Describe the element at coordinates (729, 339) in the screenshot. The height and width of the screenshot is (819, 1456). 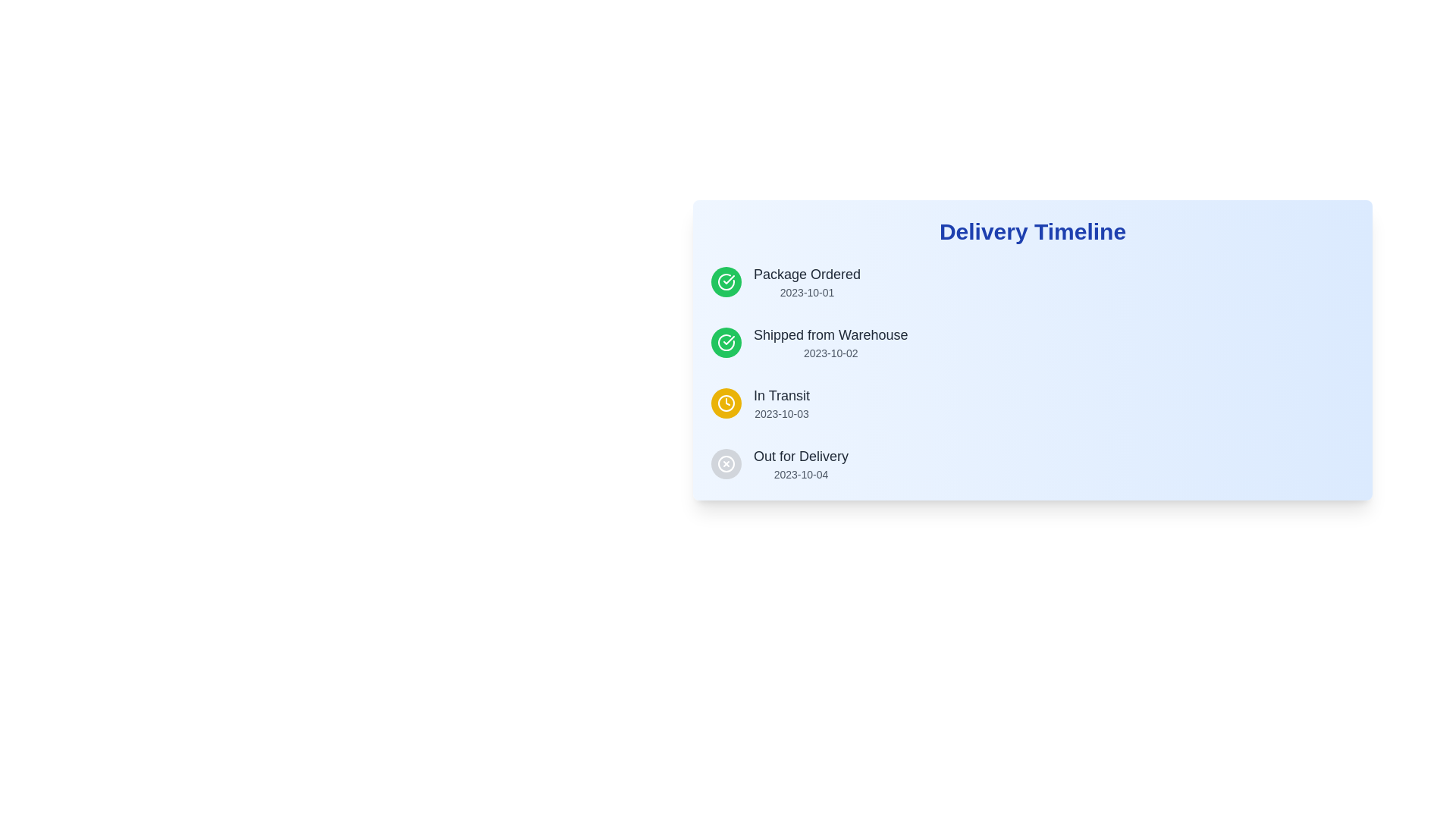
I see `the green circular icon that indicates the completion of the 'Package Ordered' stage in the delivery timeline, which is aligned with the text 'Package Ordered' to its right` at that location.